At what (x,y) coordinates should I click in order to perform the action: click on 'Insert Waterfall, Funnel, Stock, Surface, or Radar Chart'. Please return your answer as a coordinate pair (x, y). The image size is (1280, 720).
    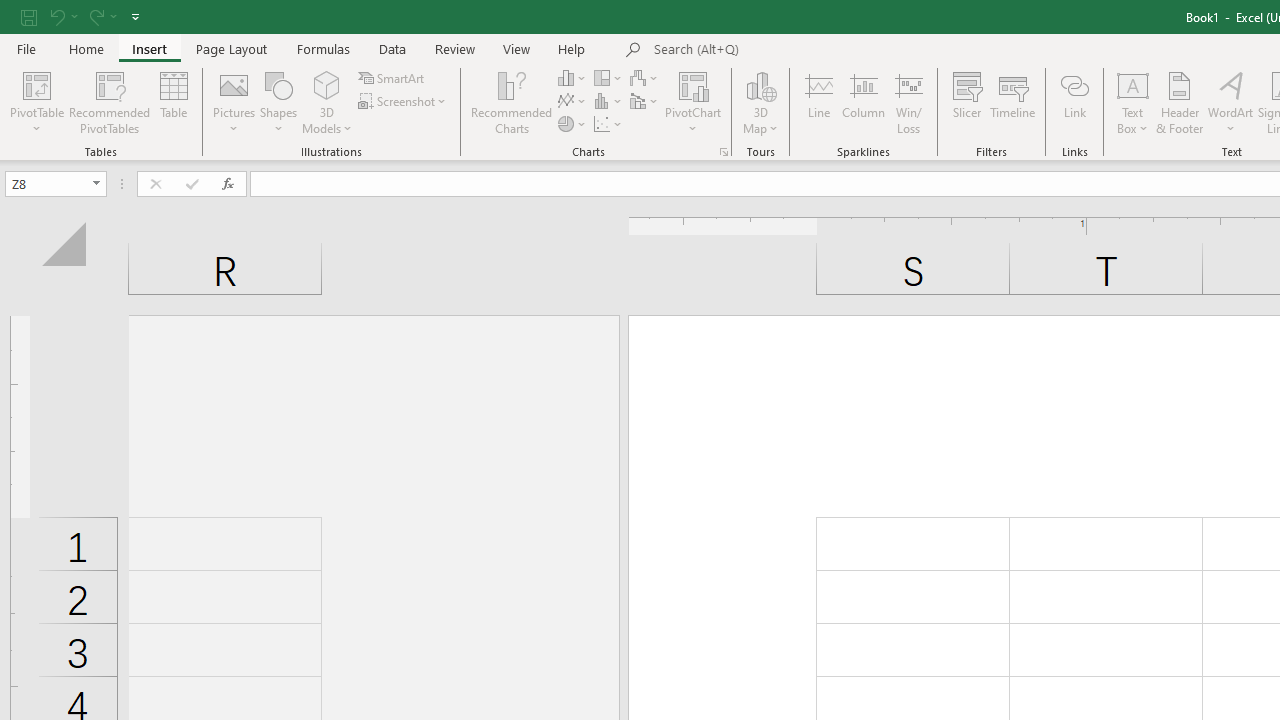
    Looking at the image, I should click on (645, 77).